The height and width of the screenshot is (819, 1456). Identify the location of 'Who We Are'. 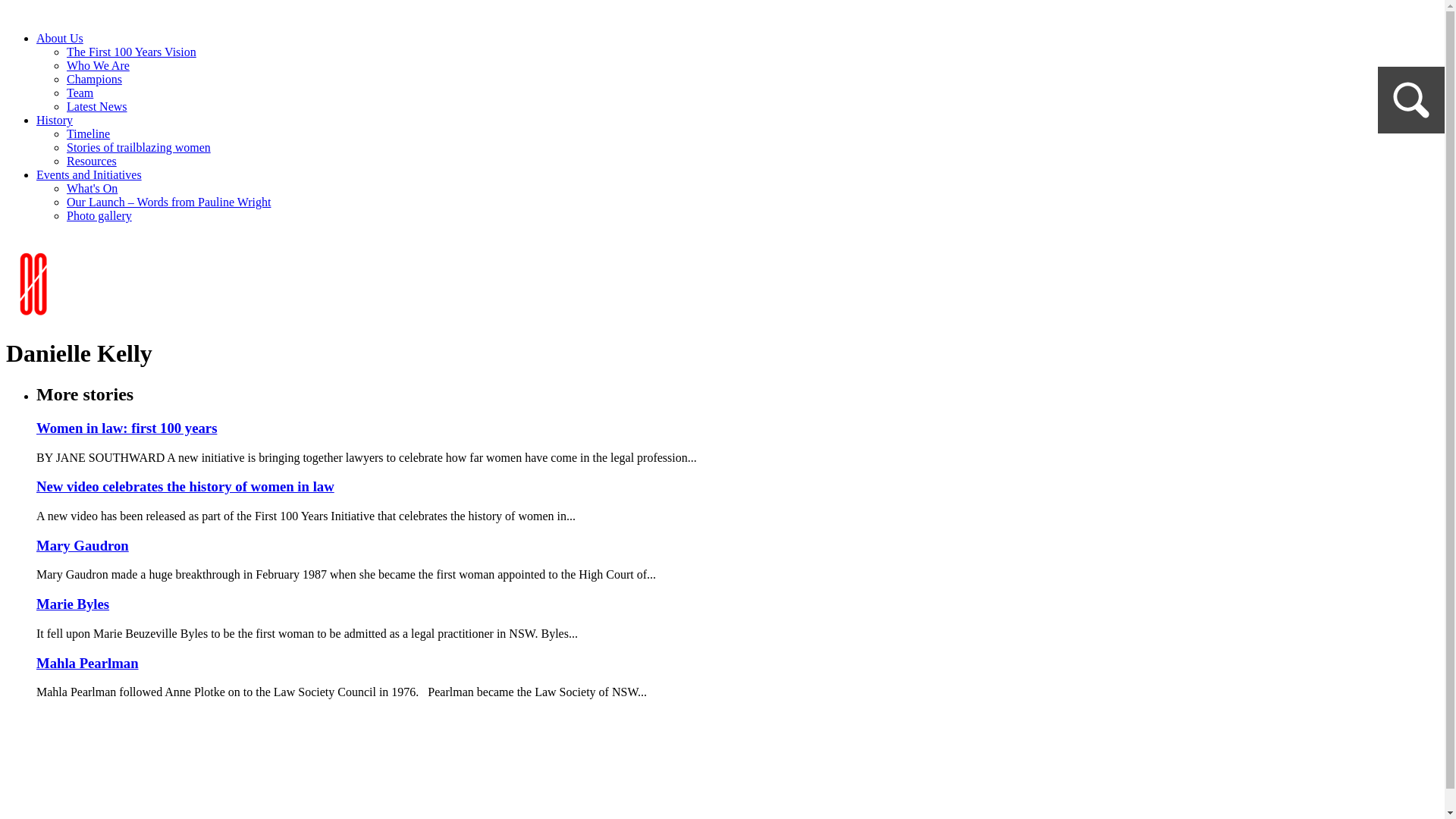
(97, 64).